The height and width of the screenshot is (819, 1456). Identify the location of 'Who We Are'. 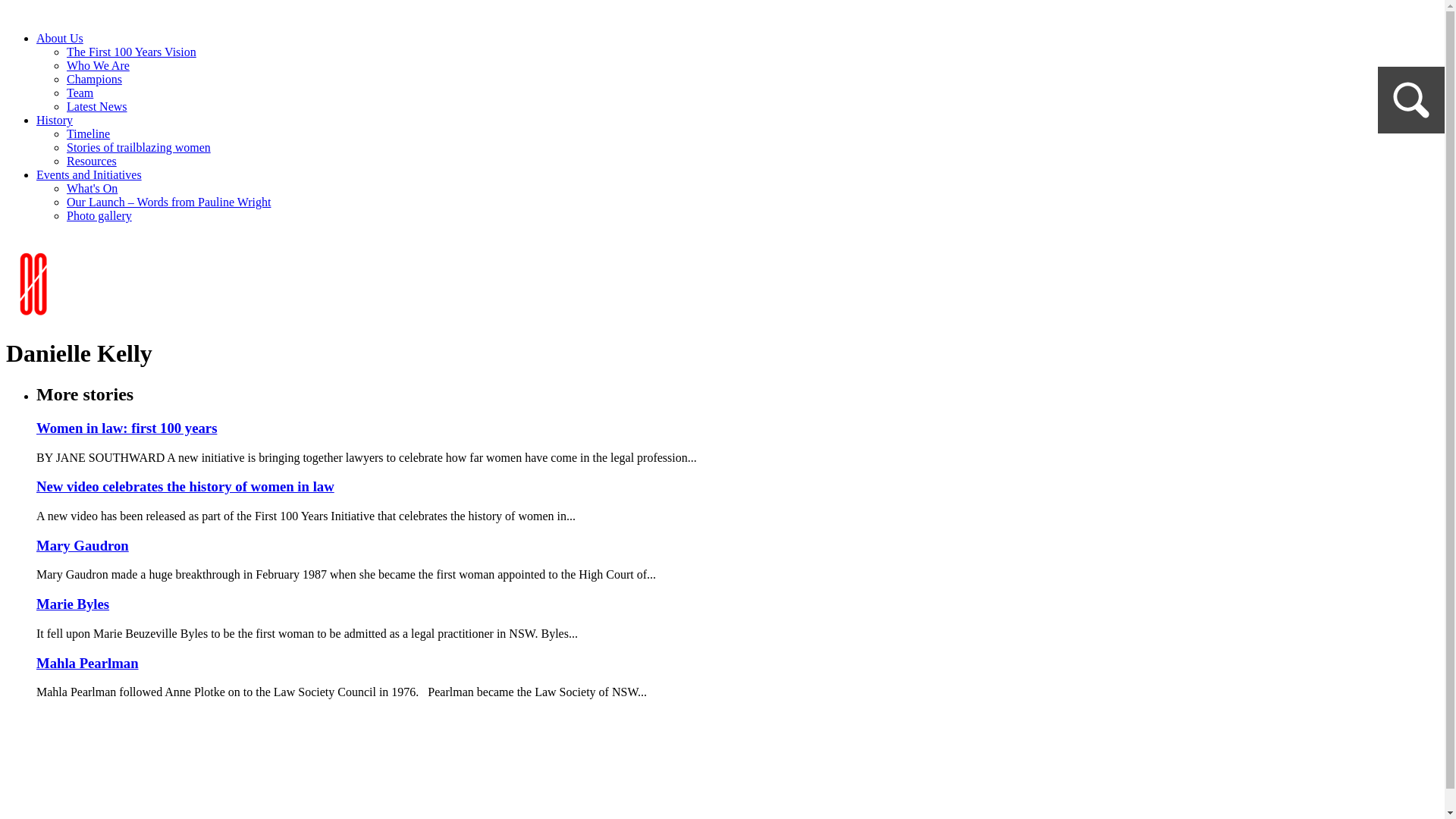
(97, 64).